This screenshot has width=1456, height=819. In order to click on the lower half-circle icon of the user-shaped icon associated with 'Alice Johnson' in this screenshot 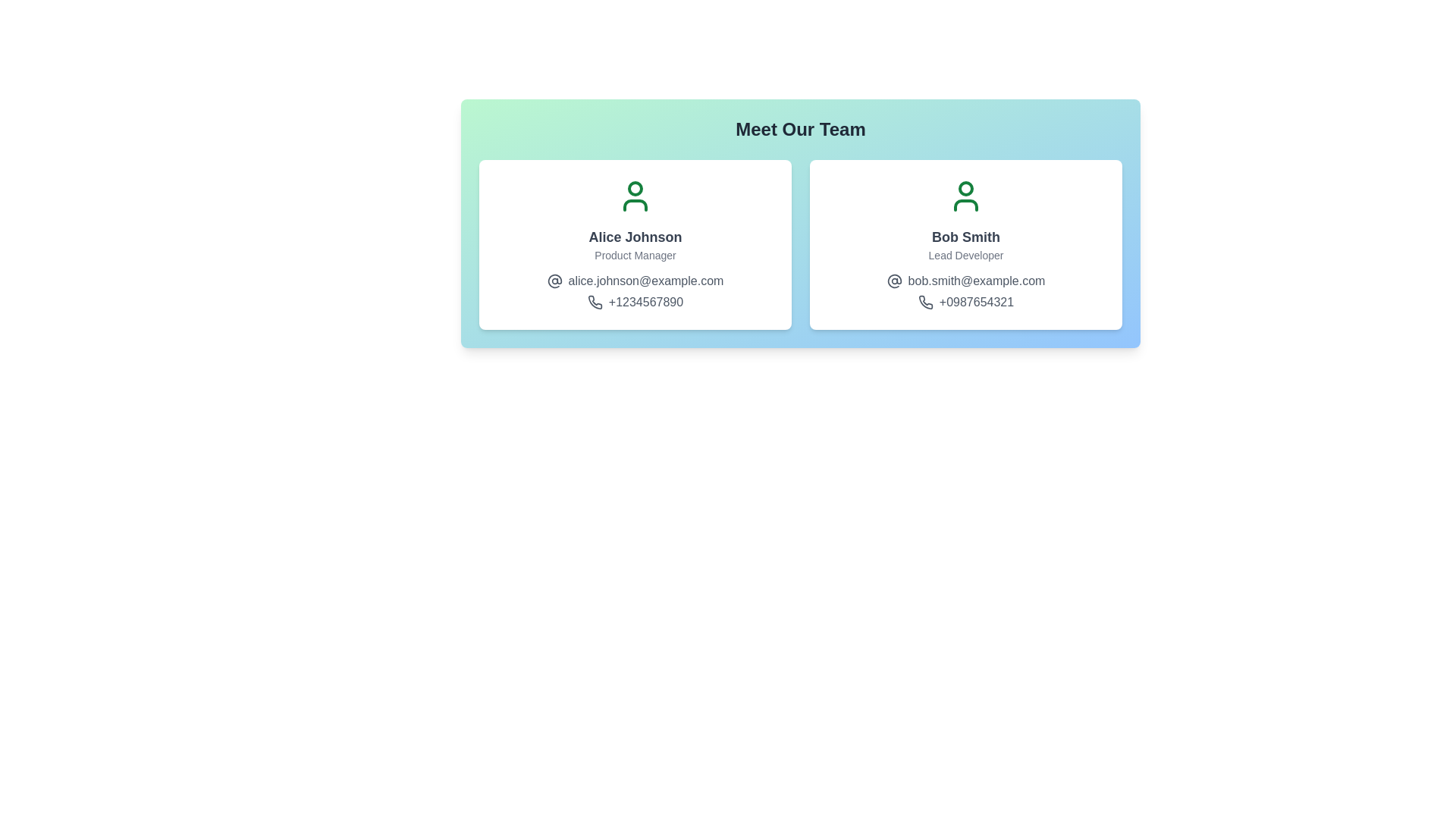, I will do `click(635, 205)`.